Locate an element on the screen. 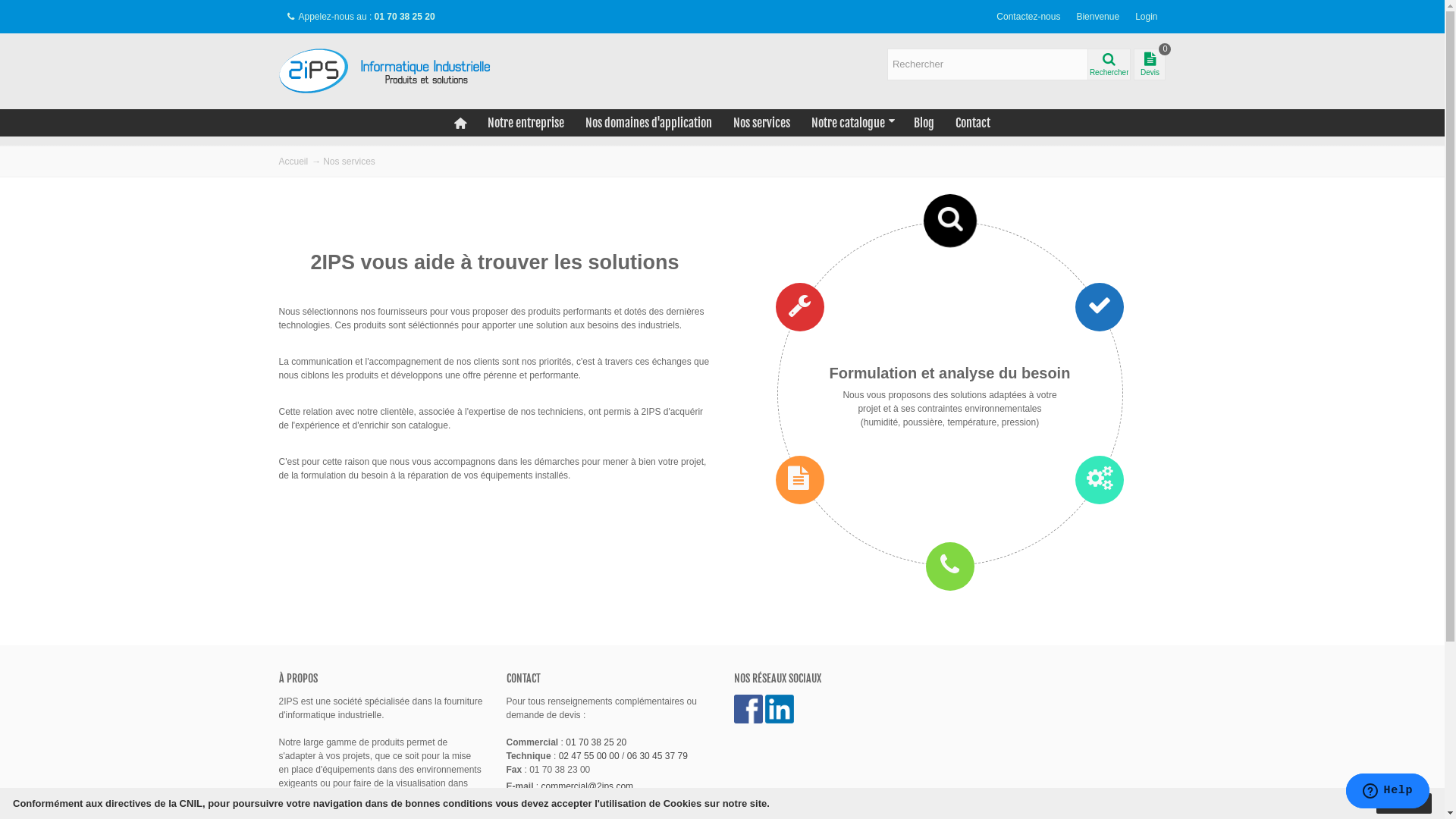  'Contact' is located at coordinates (972, 122).